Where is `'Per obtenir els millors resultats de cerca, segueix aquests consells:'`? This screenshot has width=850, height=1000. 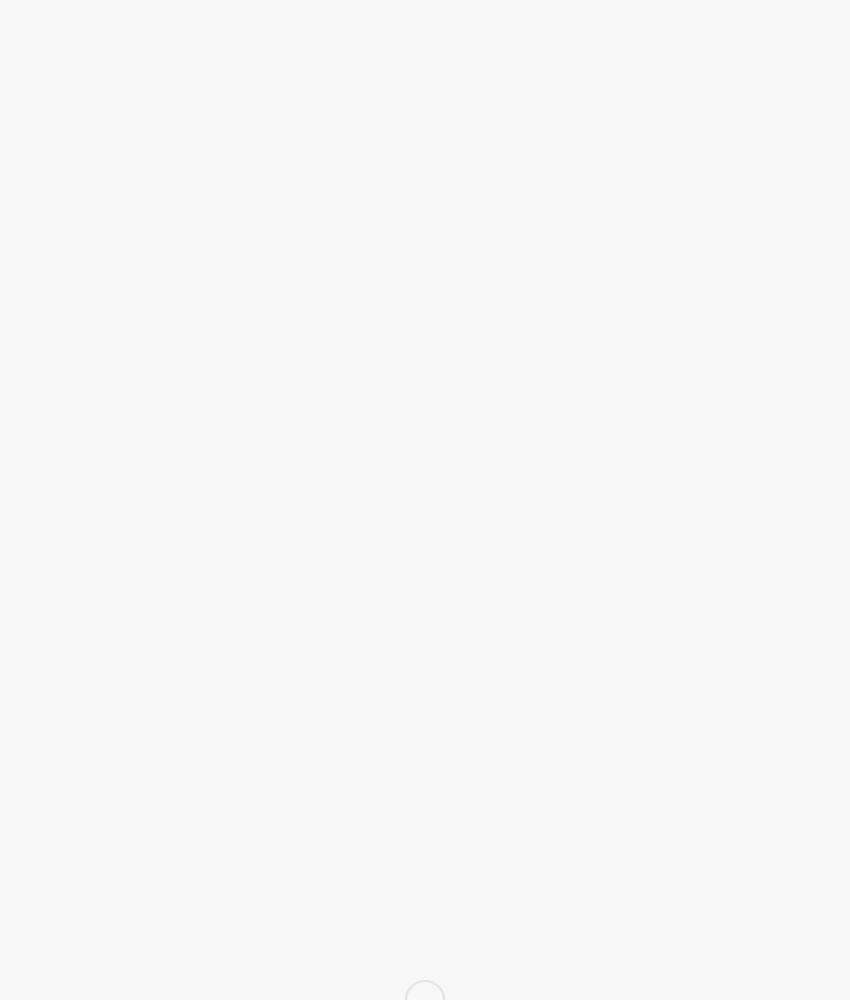 'Per obtenir els millors resultats de cerca, segueix aquests consells:' is located at coordinates (295, 368).